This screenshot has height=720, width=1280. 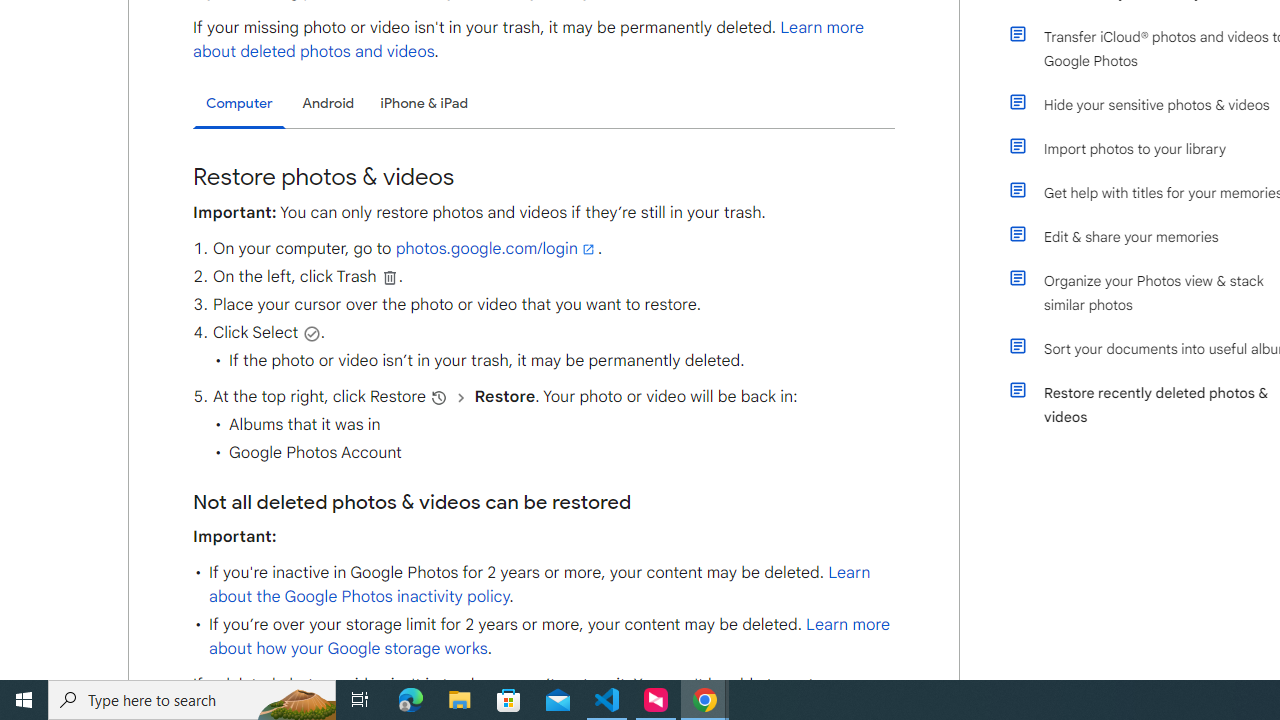 What do you see at coordinates (460, 397) in the screenshot?
I see `'and then'` at bounding box center [460, 397].